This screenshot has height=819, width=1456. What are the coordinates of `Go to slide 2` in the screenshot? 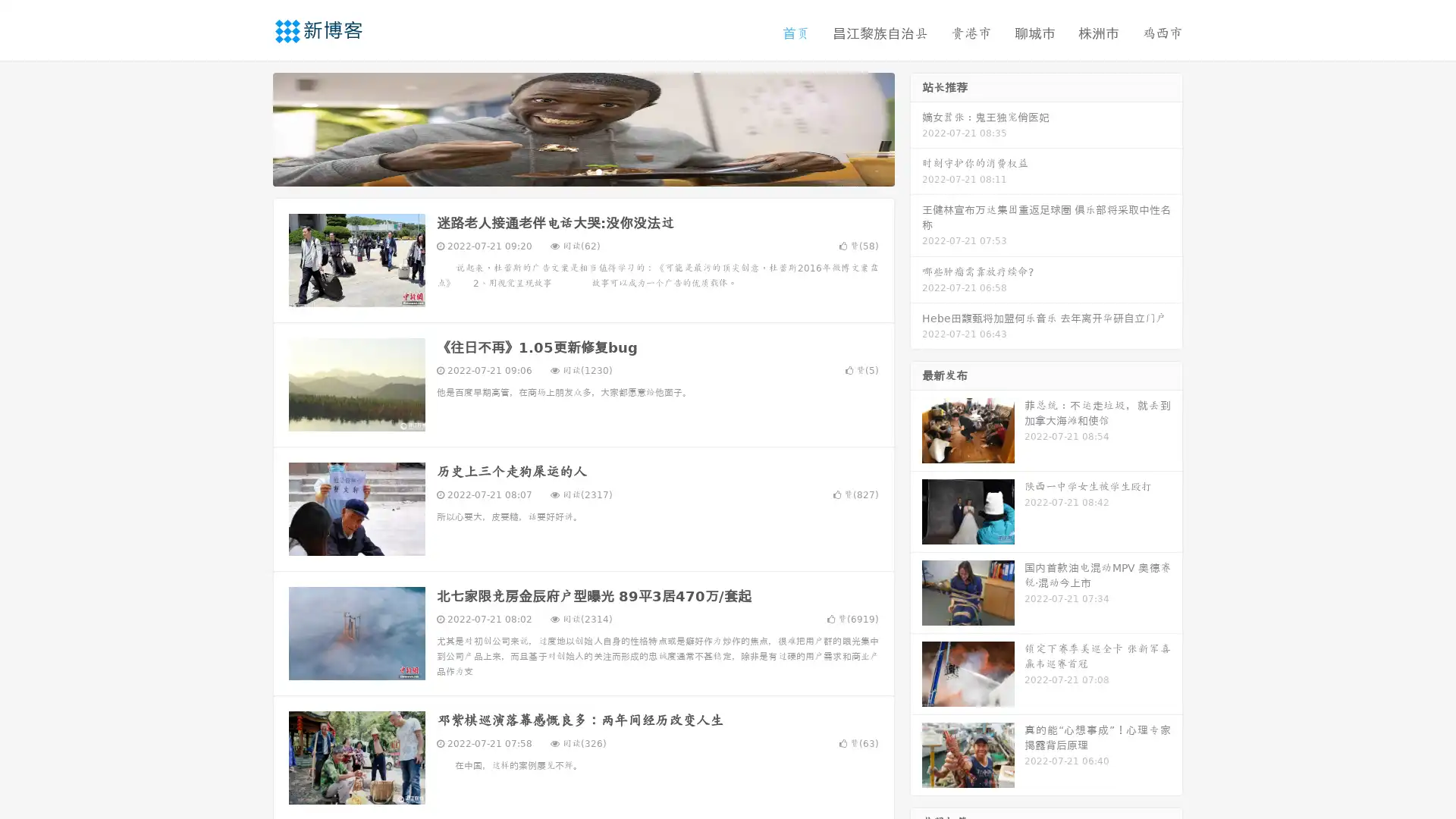 It's located at (582, 171).